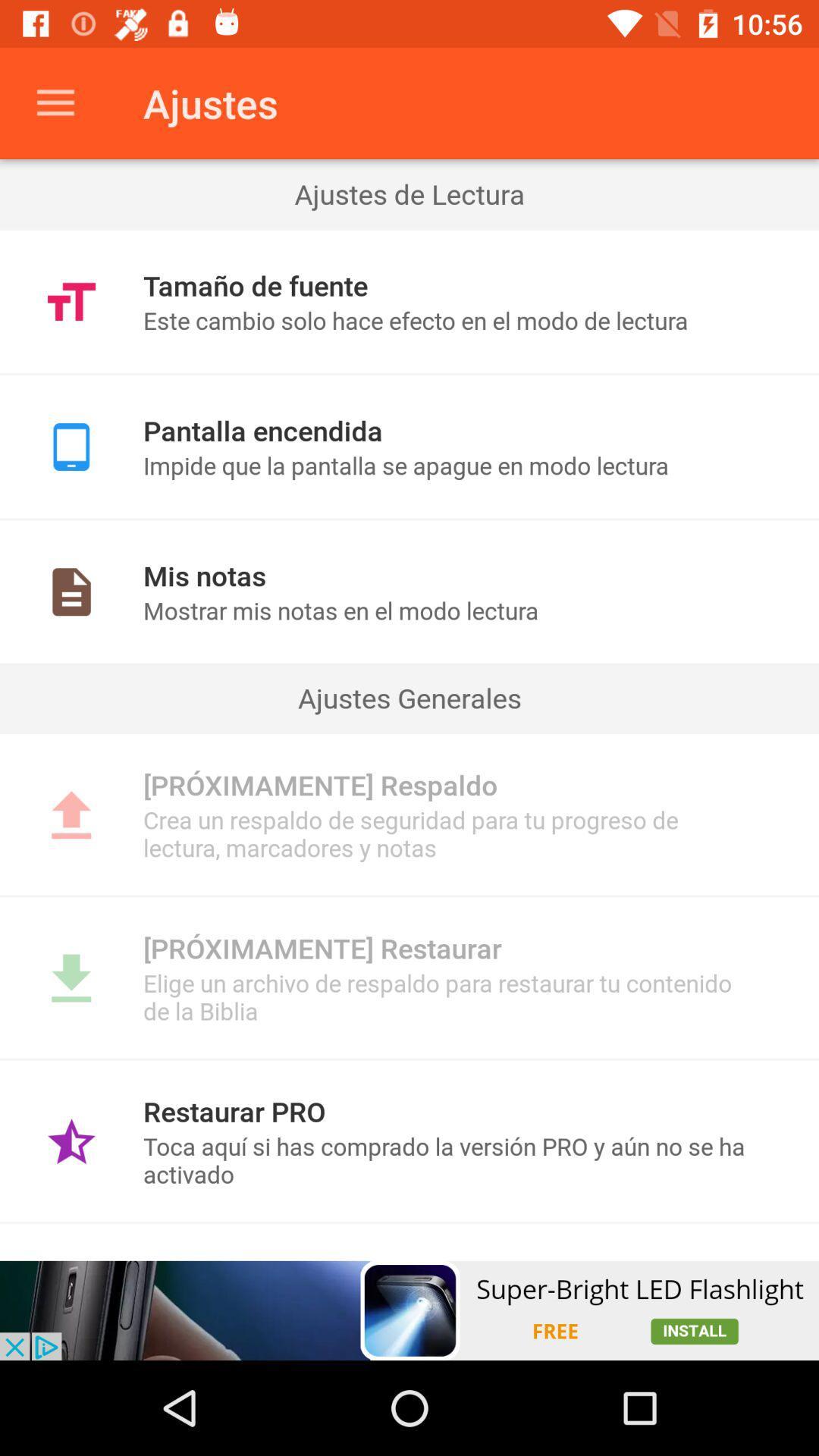 The height and width of the screenshot is (1456, 819). Describe the element at coordinates (409, 896) in the screenshot. I see `item below the crea un respaldo item` at that location.